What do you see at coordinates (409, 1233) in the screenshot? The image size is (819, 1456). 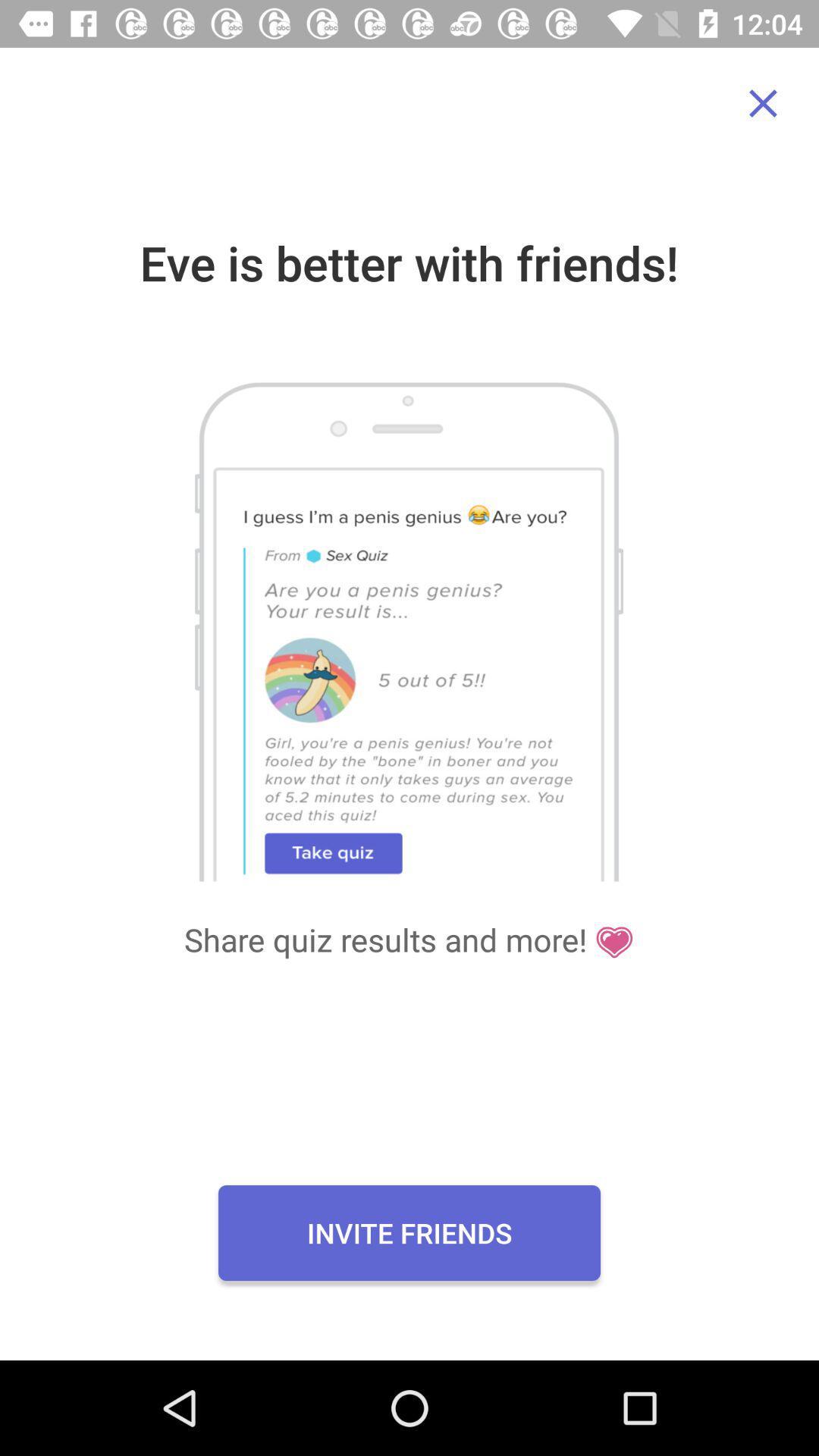 I see `invite friends item` at bounding box center [409, 1233].